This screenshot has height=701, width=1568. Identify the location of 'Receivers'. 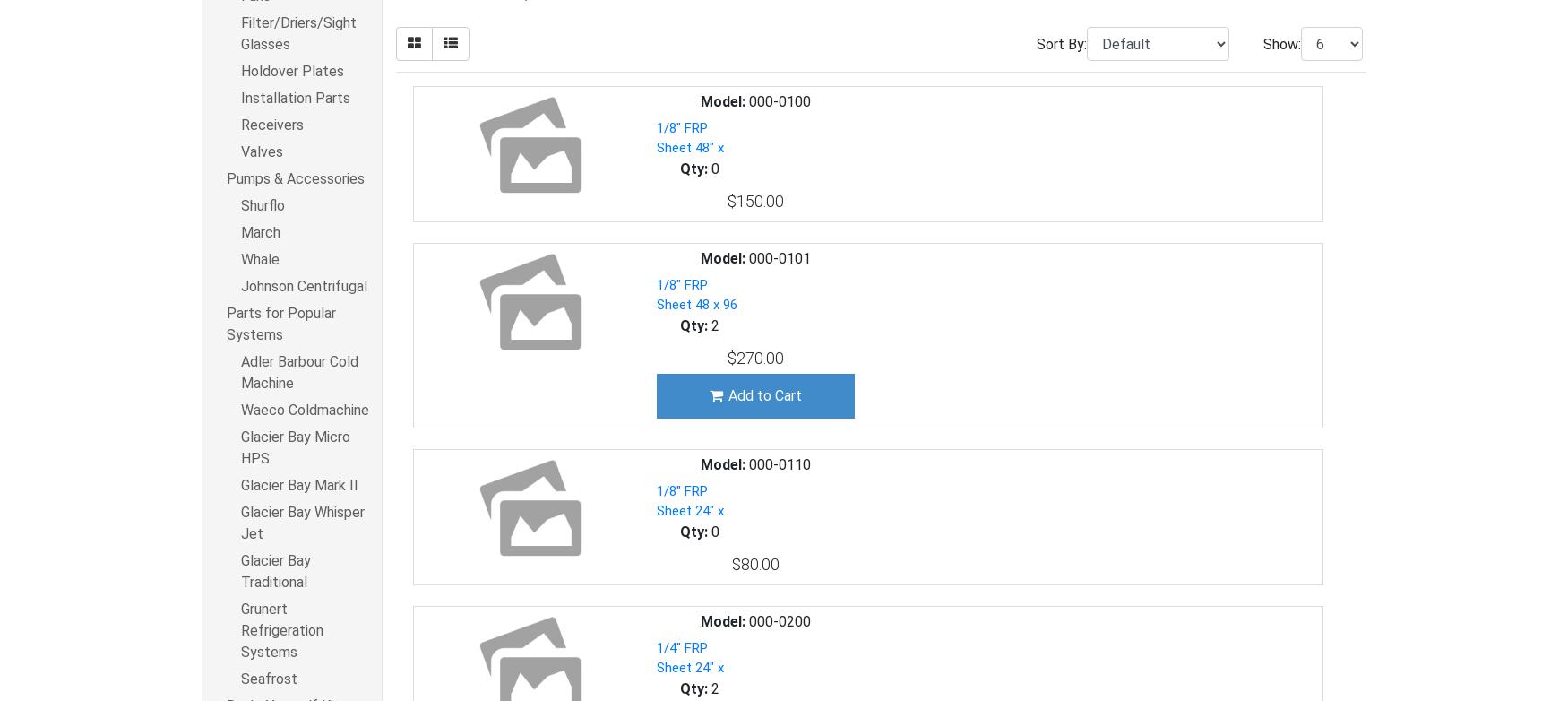
(271, 125).